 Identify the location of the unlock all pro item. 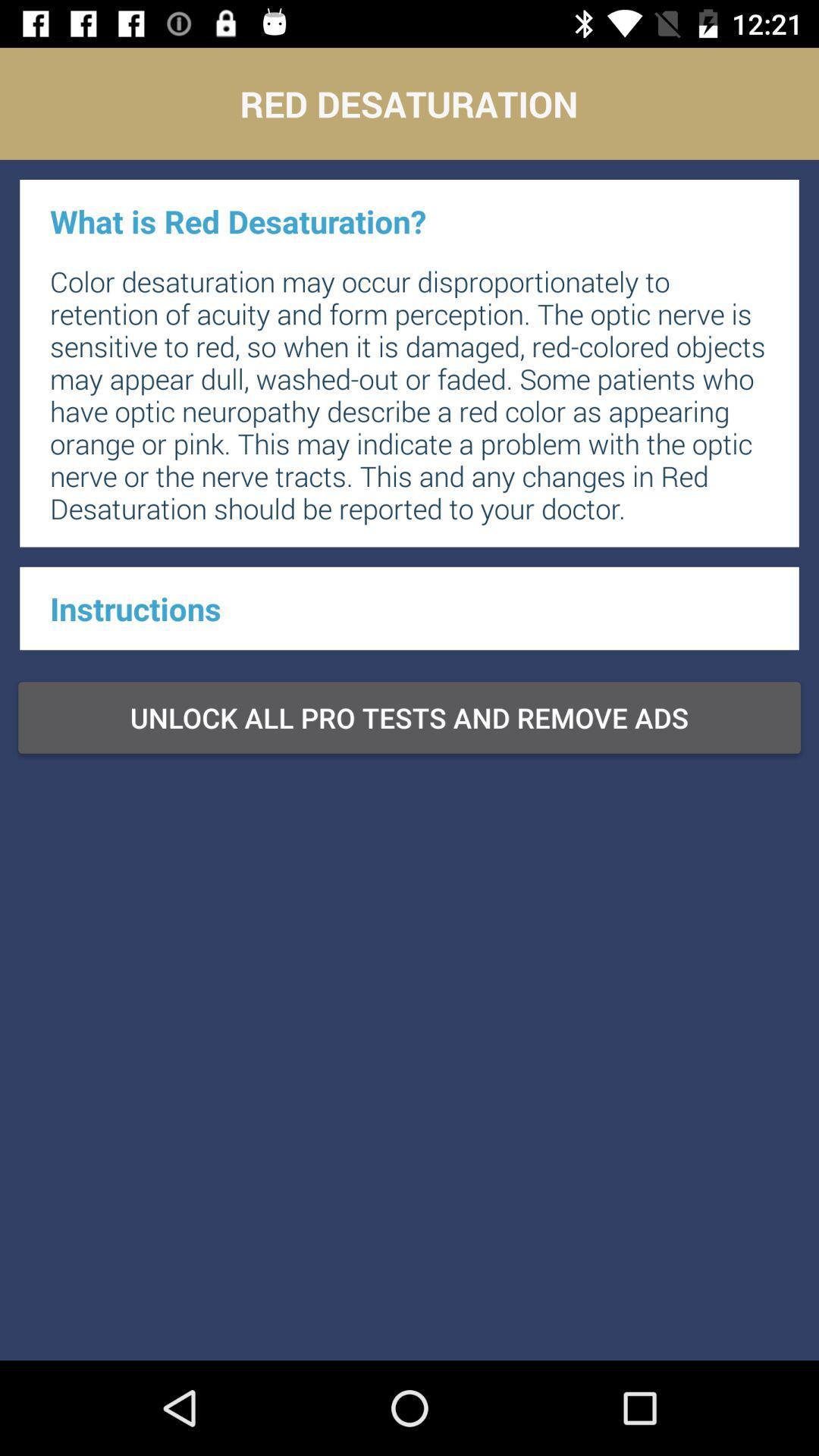
(409, 717).